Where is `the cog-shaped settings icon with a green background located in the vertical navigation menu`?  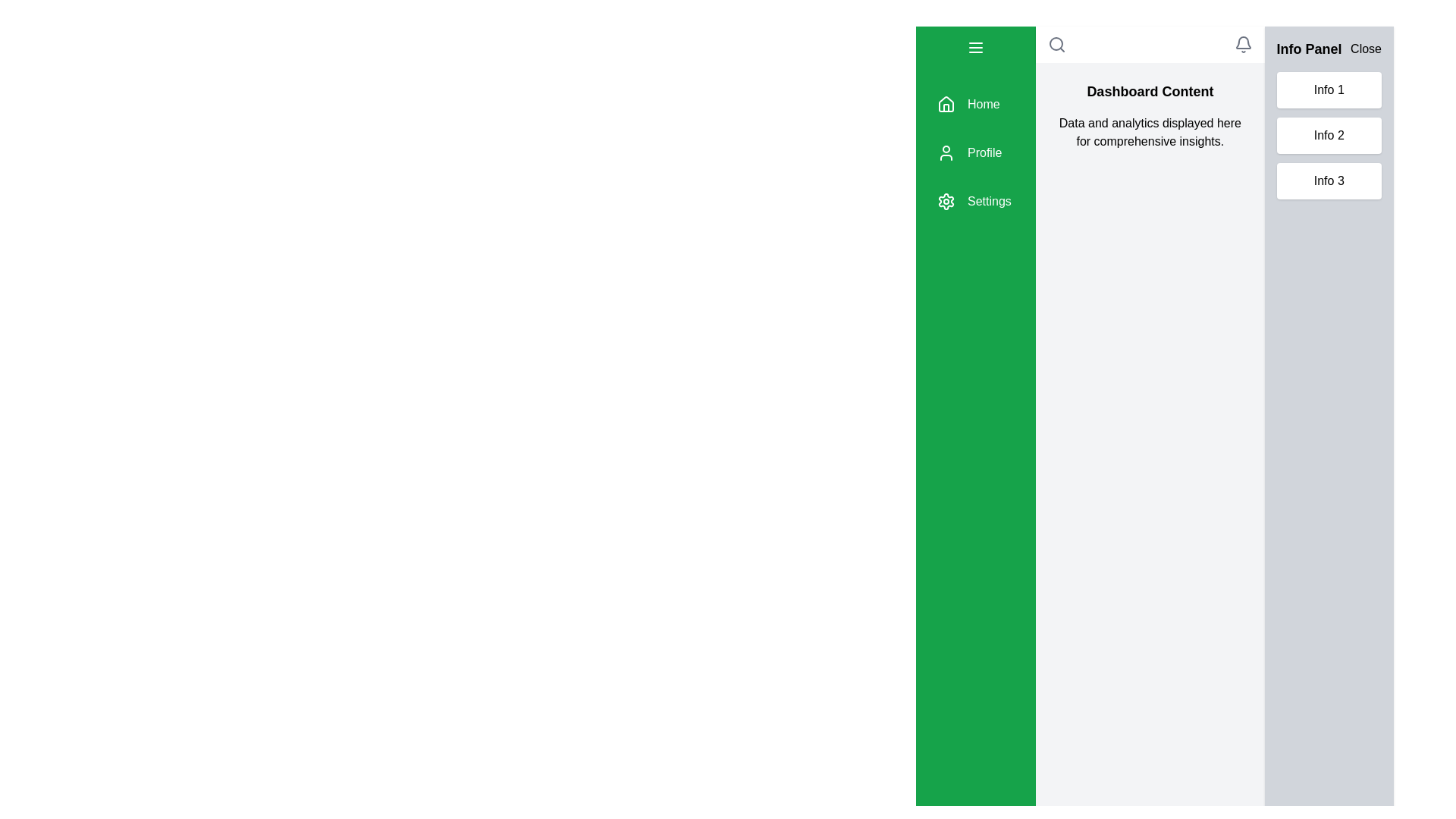 the cog-shaped settings icon with a green background located in the vertical navigation menu is located at coordinates (946, 201).